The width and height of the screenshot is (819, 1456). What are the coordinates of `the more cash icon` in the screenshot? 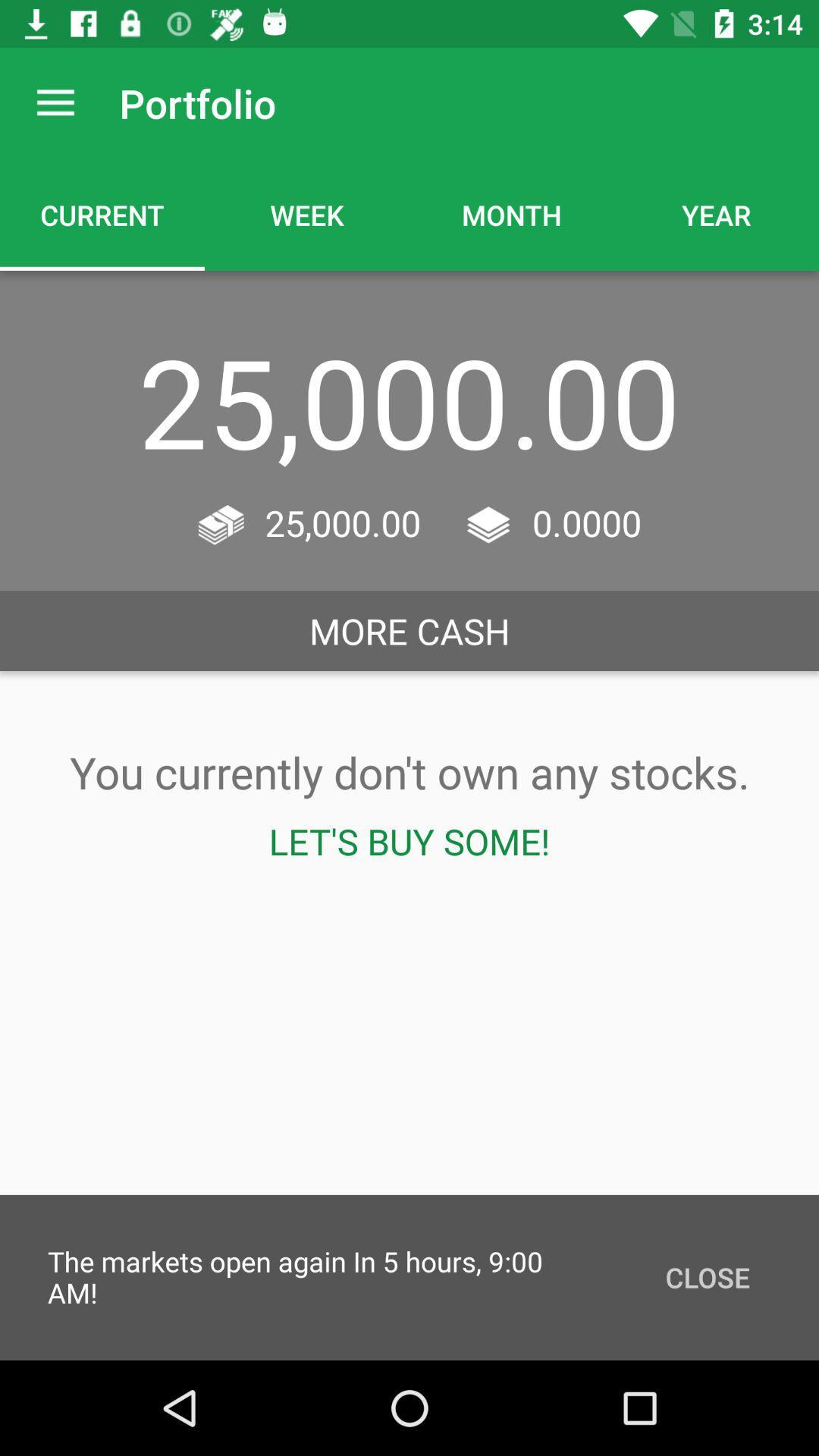 It's located at (409, 631).